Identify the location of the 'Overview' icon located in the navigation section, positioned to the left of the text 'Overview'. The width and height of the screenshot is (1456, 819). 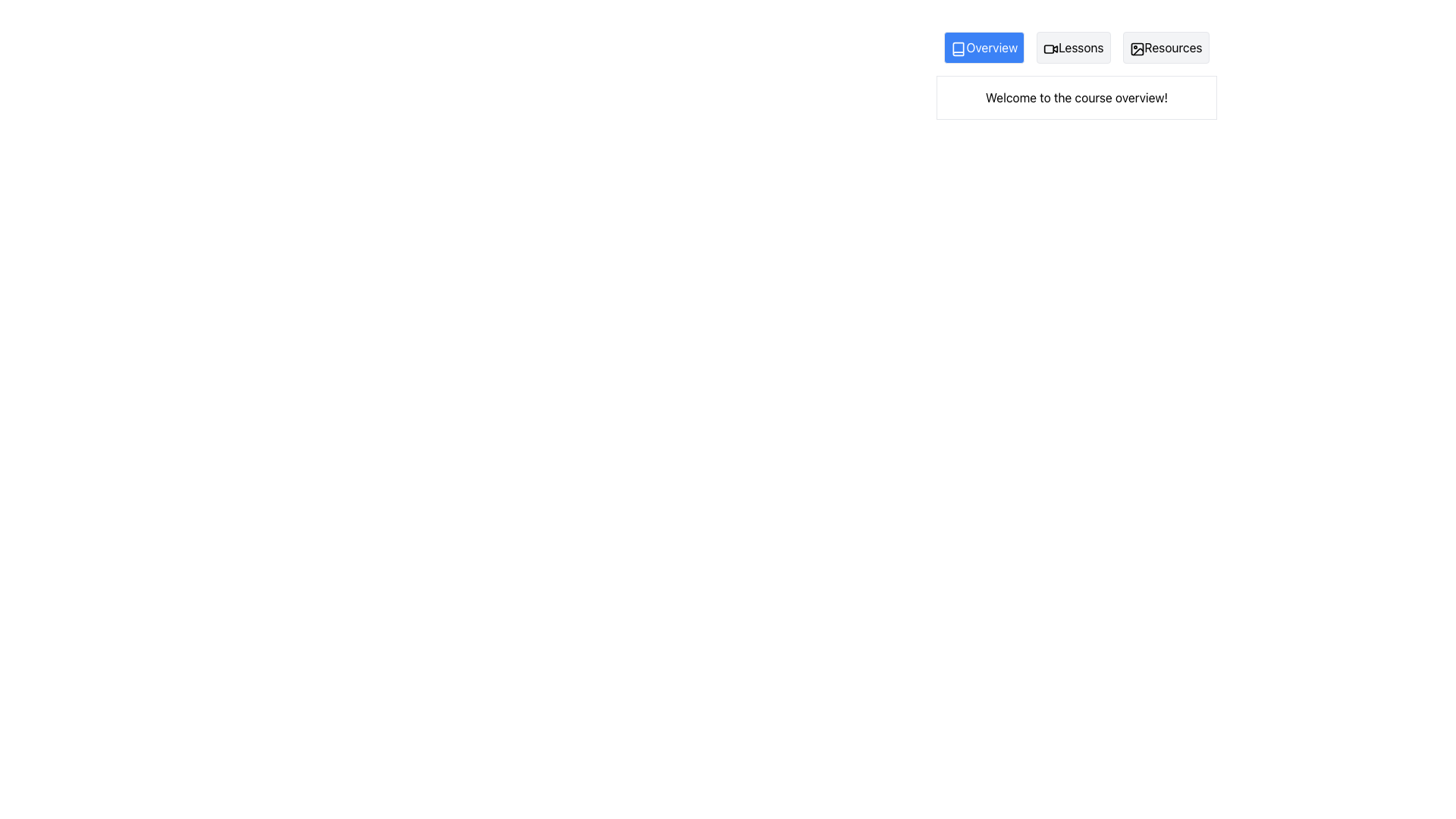
(958, 48).